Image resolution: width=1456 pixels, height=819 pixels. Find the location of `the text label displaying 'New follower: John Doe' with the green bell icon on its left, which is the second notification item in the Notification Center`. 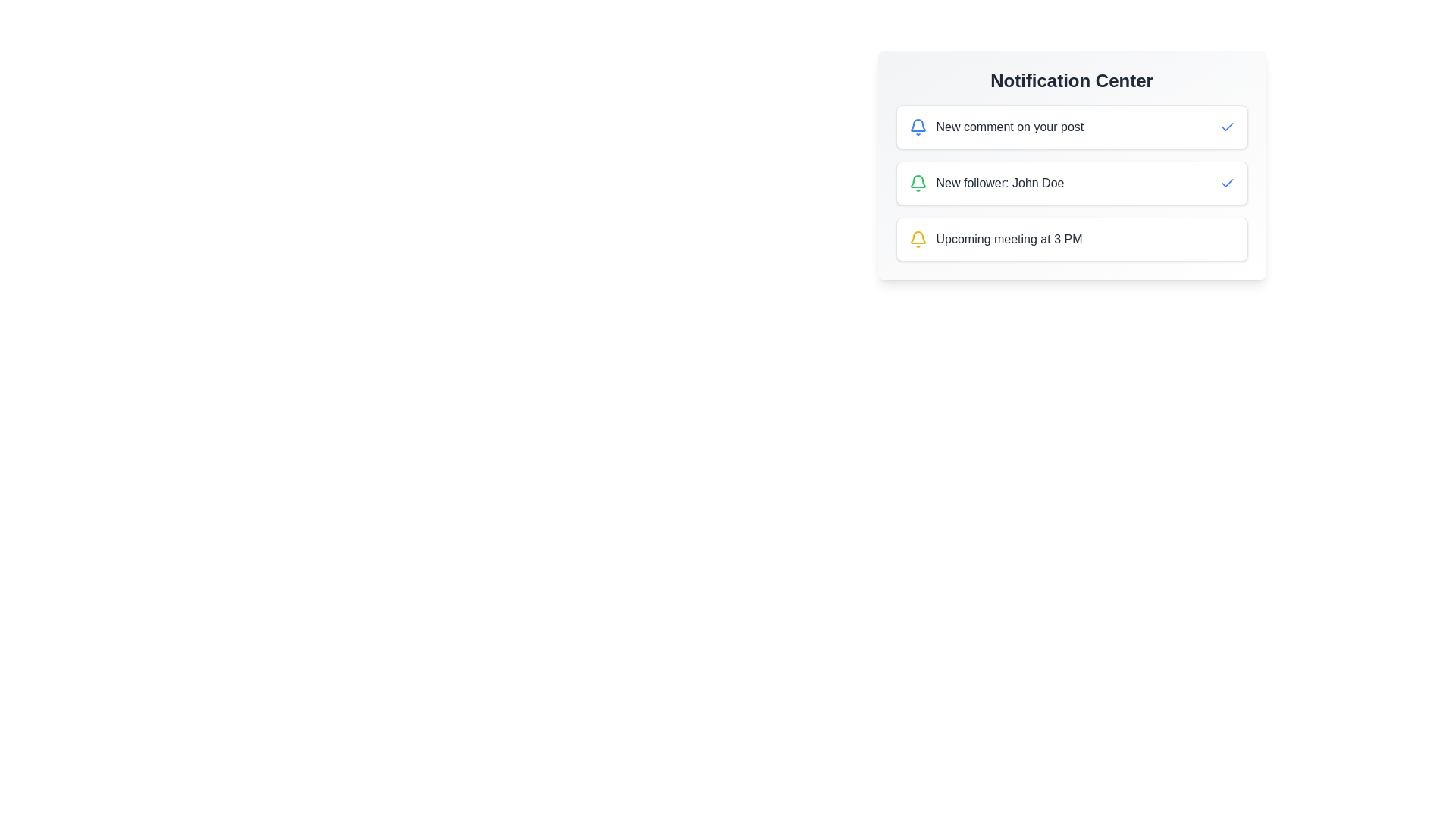

the text label displaying 'New follower: John Doe' with the green bell icon on its left, which is the second notification item in the Notification Center is located at coordinates (986, 183).